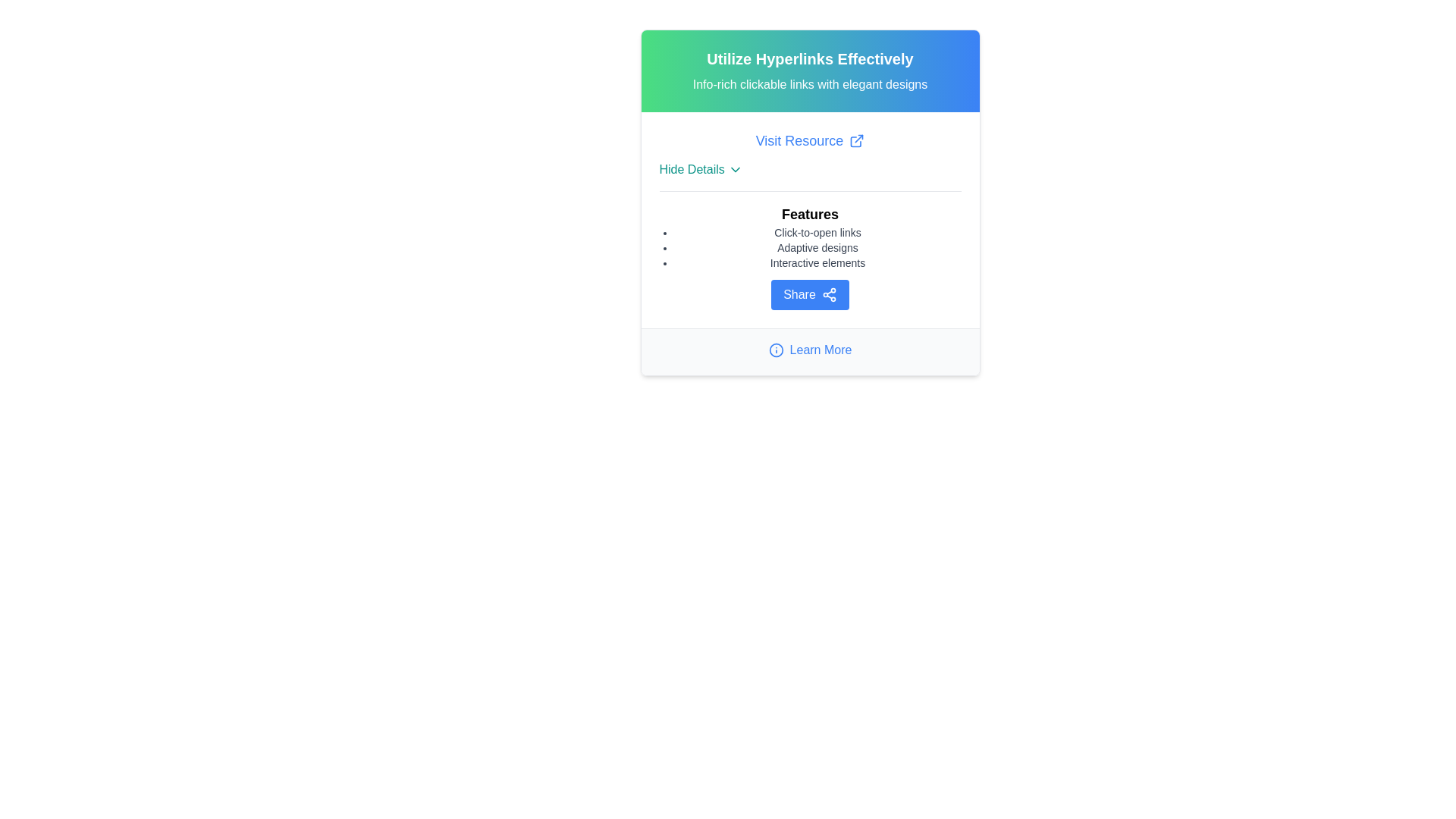 Image resolution: width=1456 pixels, height=819 pixels. What do you see at coordinates (817, 233) in the screenshot?
I see `the text label displaying 'Click-to-open links' in the bulleted list under the heading 'Features'` at bounding box center [817, 233].